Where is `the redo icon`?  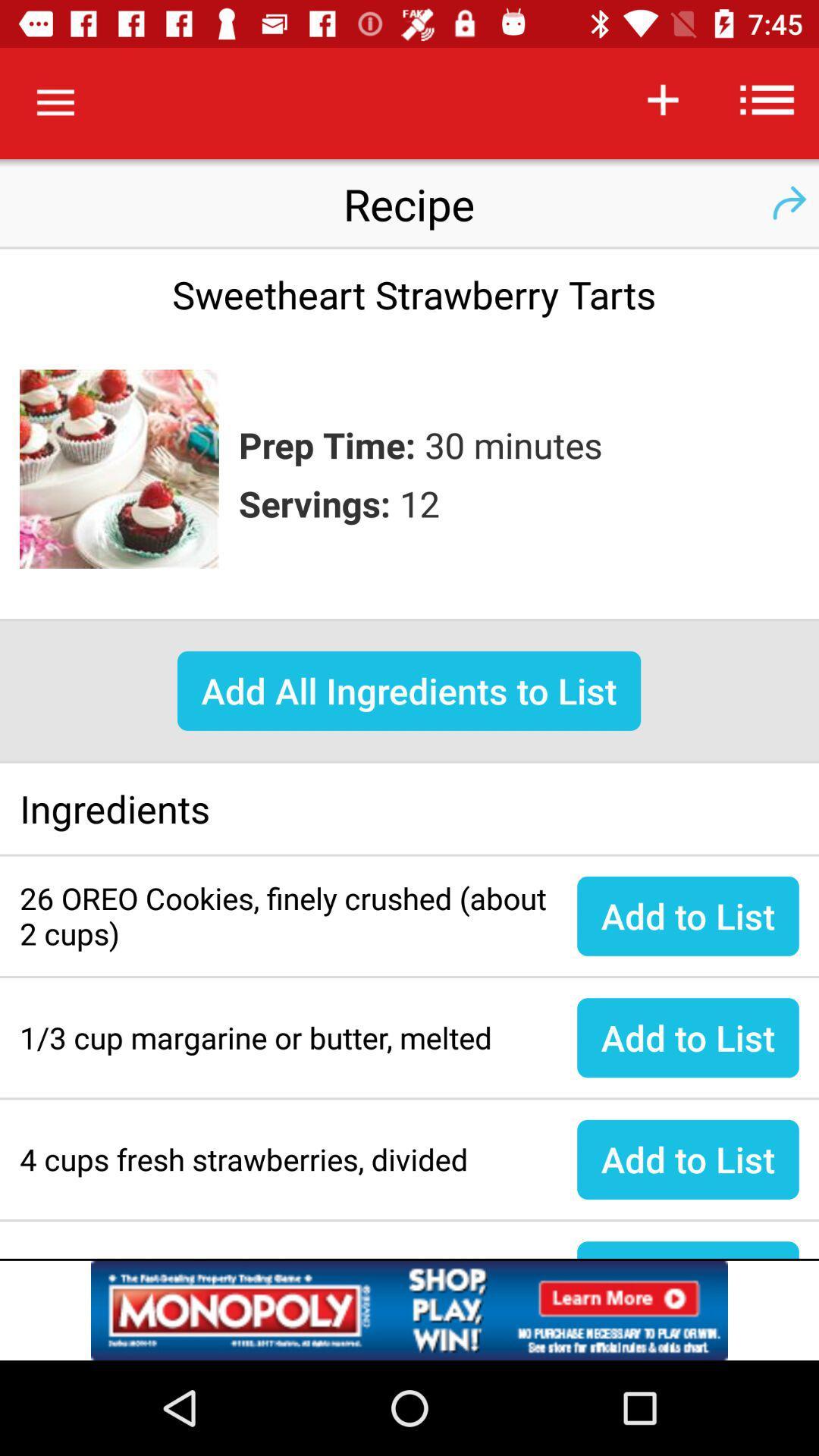
the redo icon is located at coordinates (788, 202).